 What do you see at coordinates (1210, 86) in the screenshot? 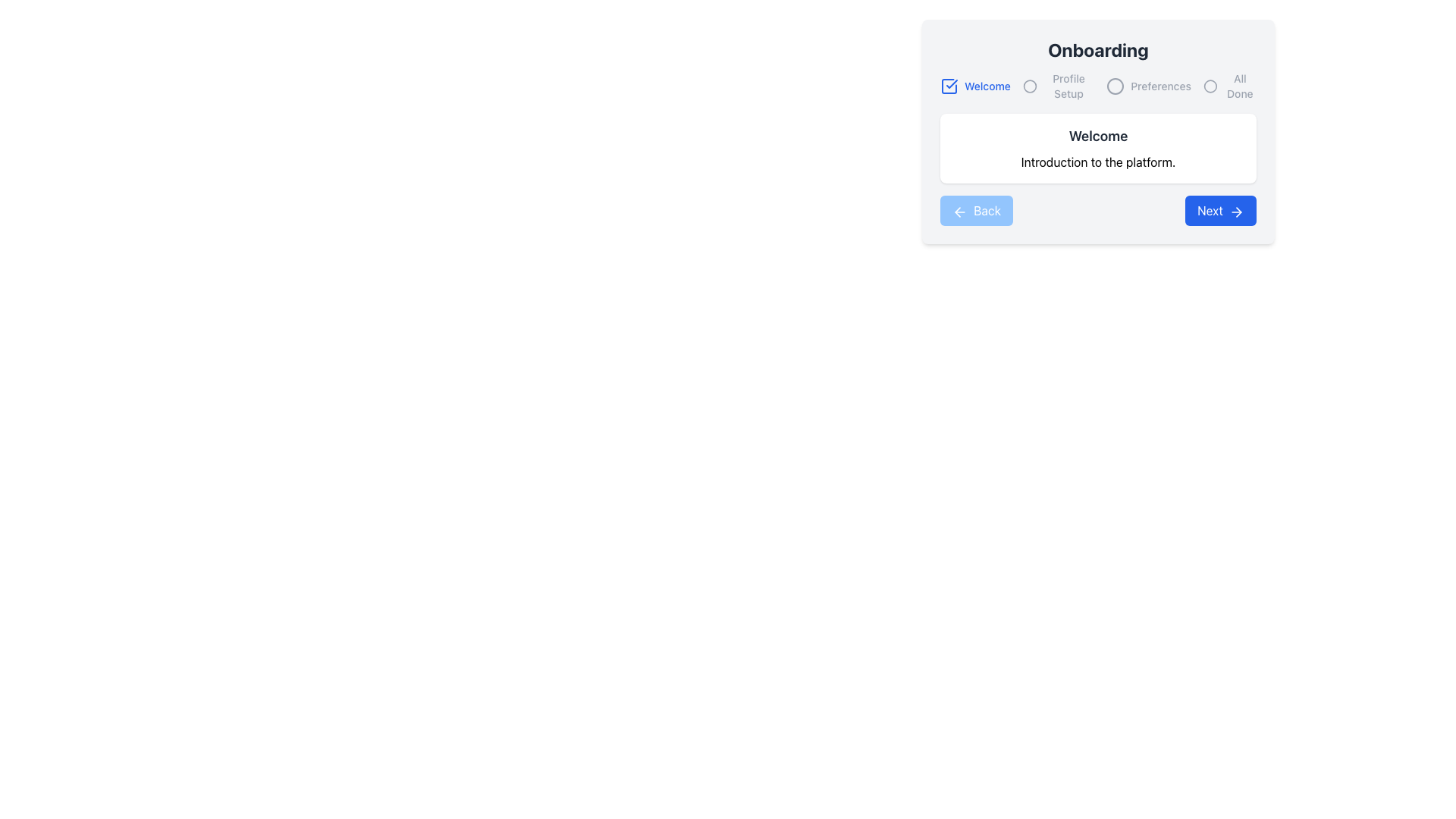
I see `the circular SVG graphic labeled 'All Done' in the Onboarding section, which is the fourth item from the left in the progress indicator row` at bounding box center [1210, 86].